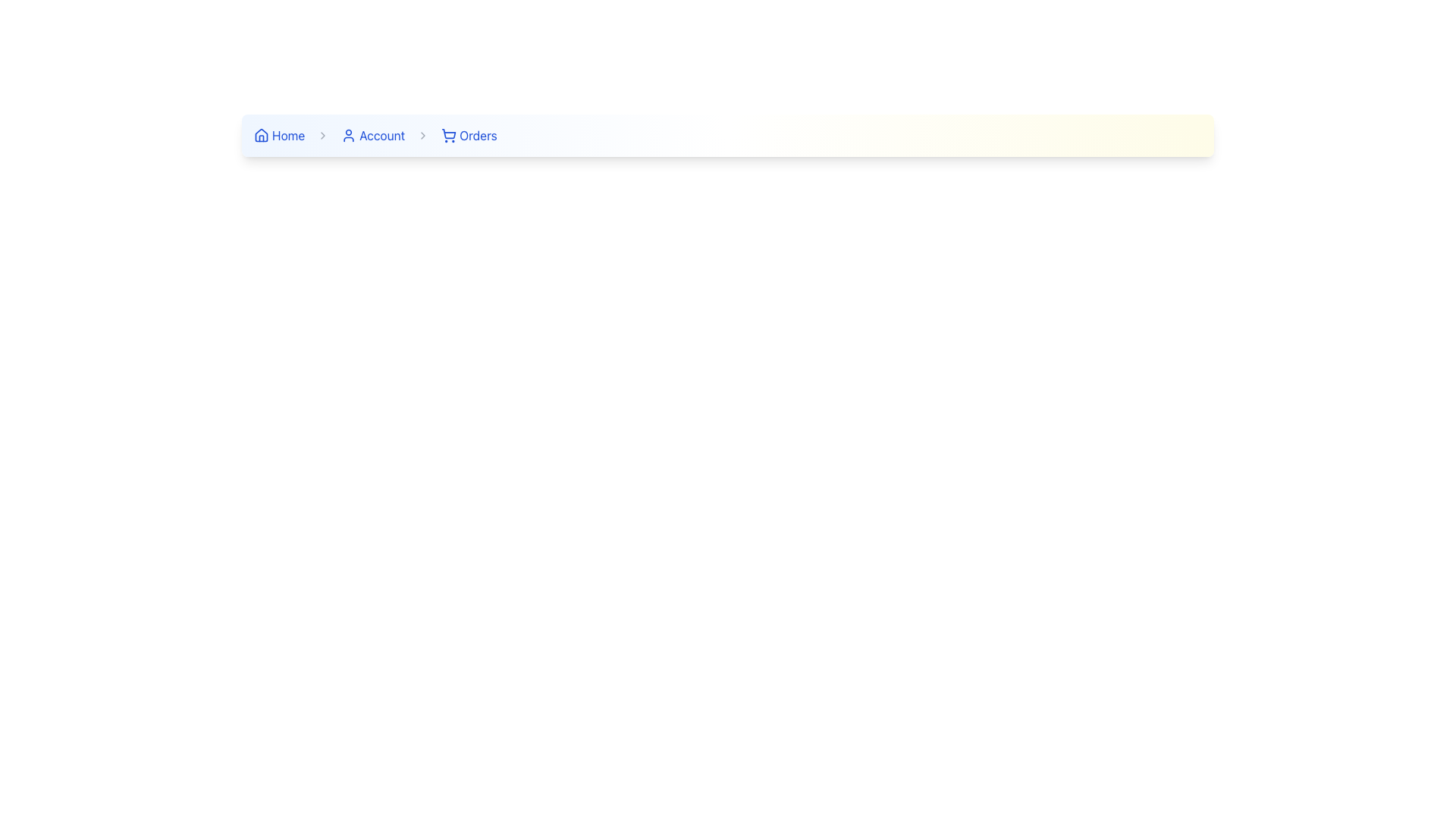 The width and height of the screenshot is (1456, 819). Describe the element at coordinates (279, 134) in the screenshot. I see `the 'Home' button, which is the first item in the navigation bar` at that location.